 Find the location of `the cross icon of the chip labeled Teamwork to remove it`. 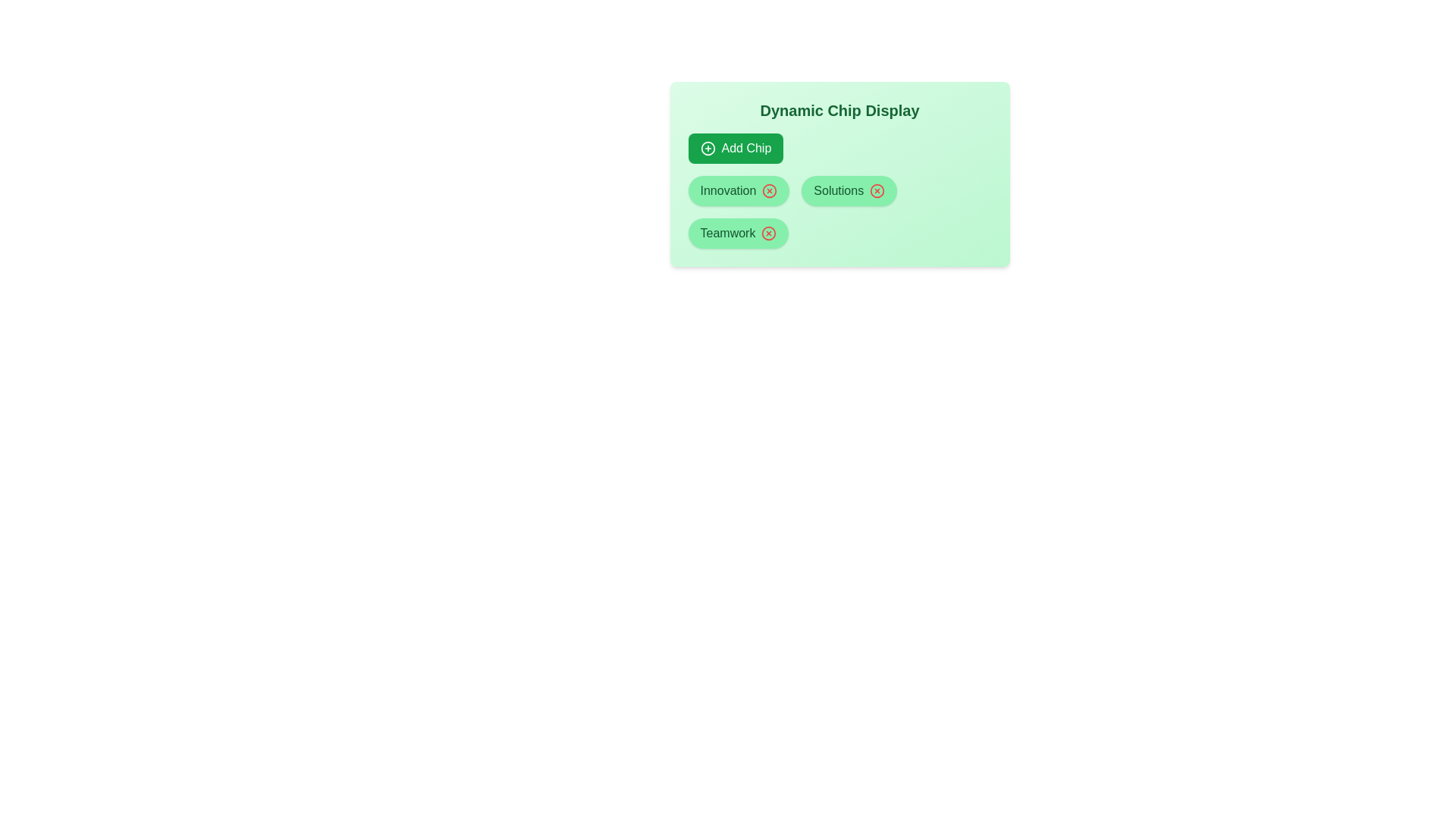

the cross icon of the chip labeled Teamwork to remove it is located at coordinates (769, 234).